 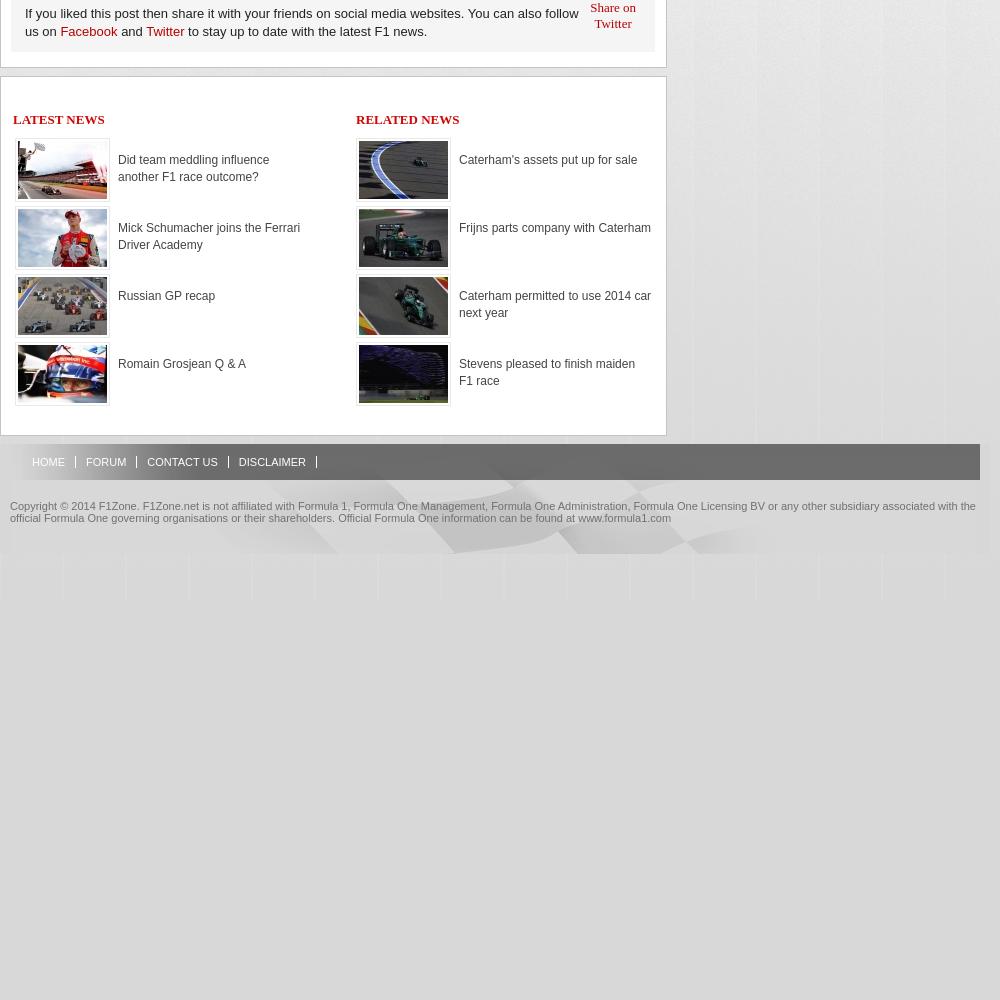 I want to click on 'Mick Schumacher joins the Ferrari Driver Academy', so click(x=208, y=235).